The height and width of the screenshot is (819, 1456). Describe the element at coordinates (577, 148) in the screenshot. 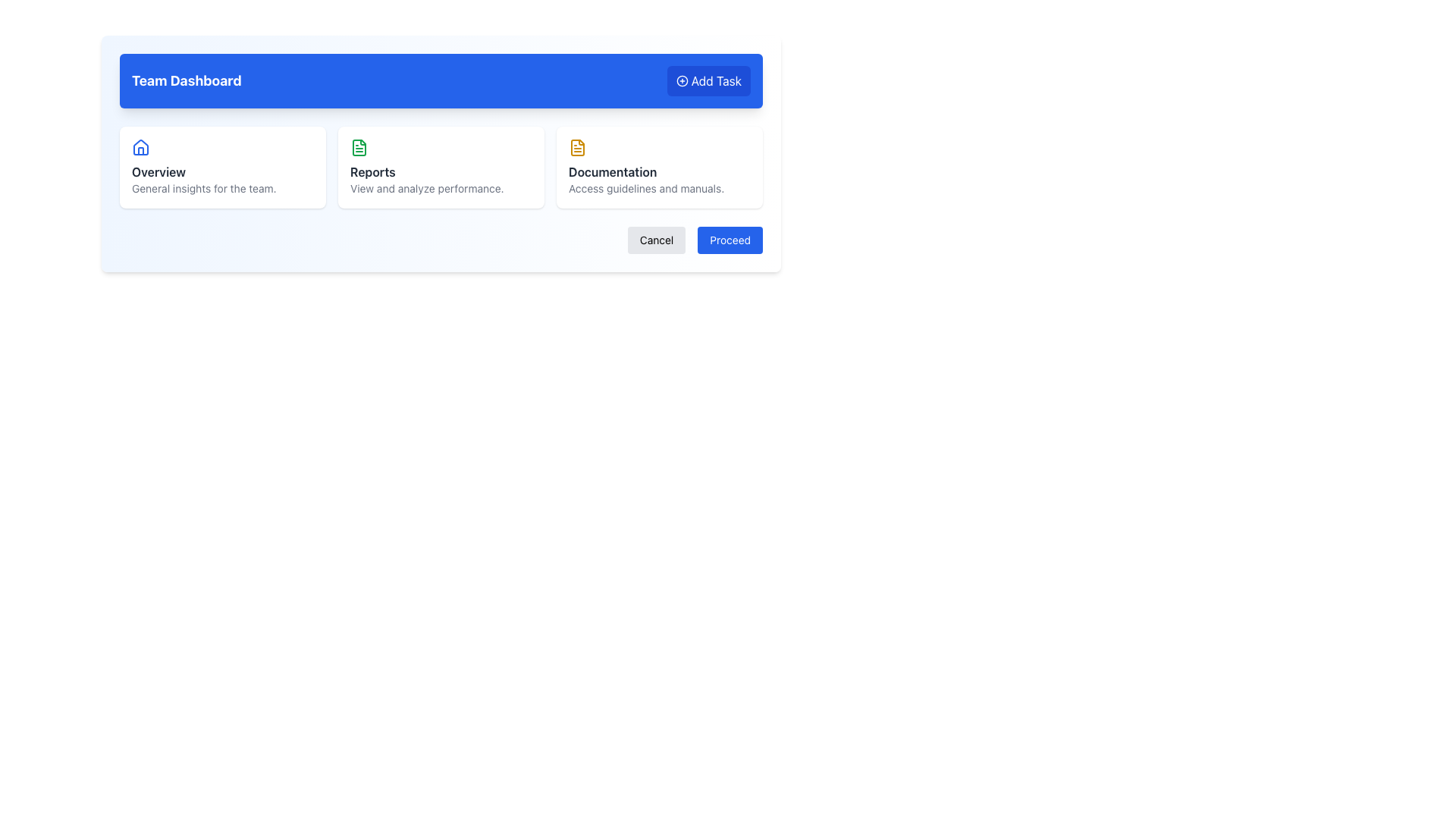

I see `the yellow document file icon located above the 'Documentation' text within the third card of the row labeled 'Overview', 'Reports', and 'Documentation'` at that location.